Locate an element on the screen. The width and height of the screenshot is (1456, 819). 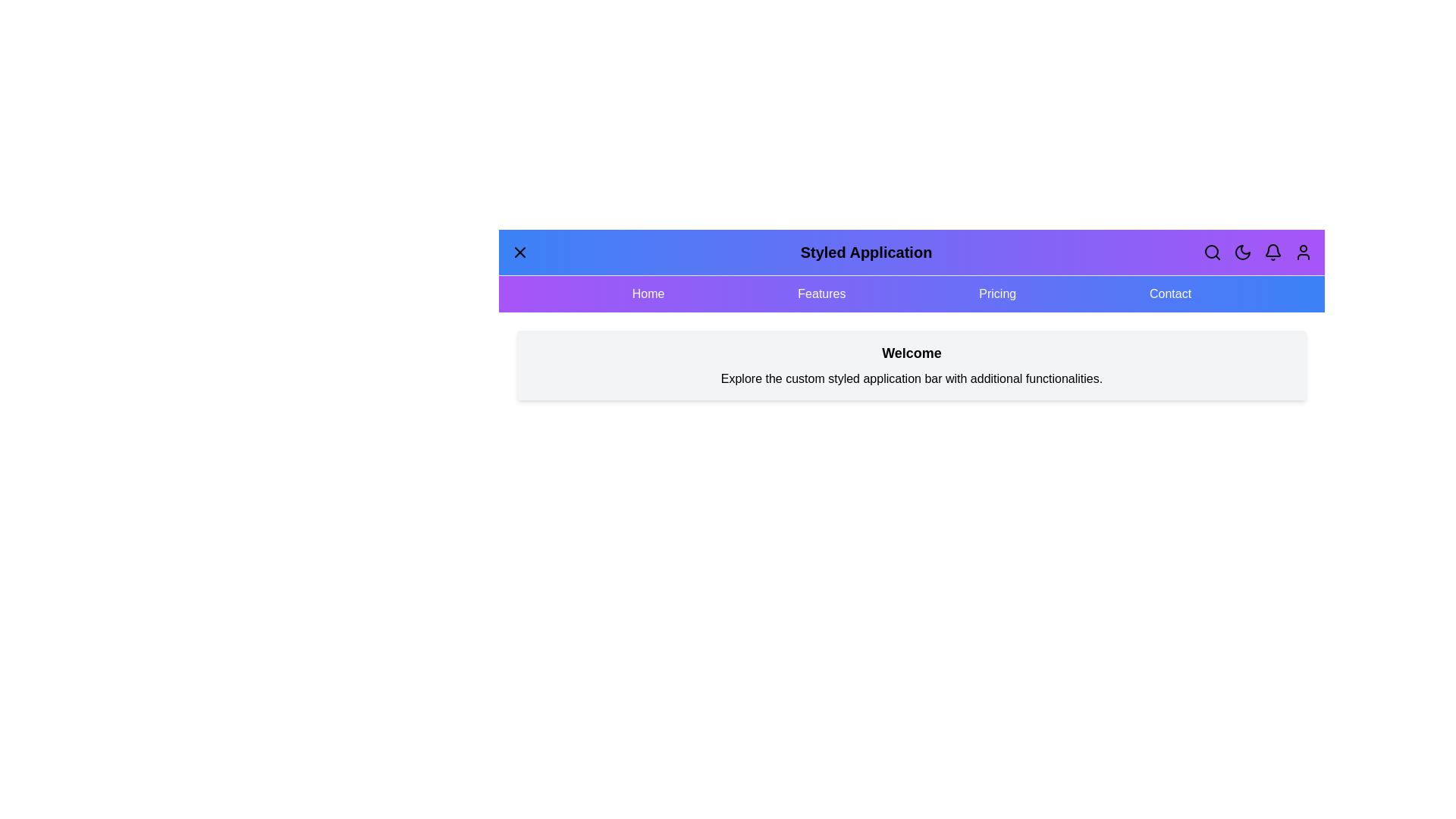
the button with the aria-label 'Toggle Menu' to toggle the menu visibility is located at coordinates (520, 251).